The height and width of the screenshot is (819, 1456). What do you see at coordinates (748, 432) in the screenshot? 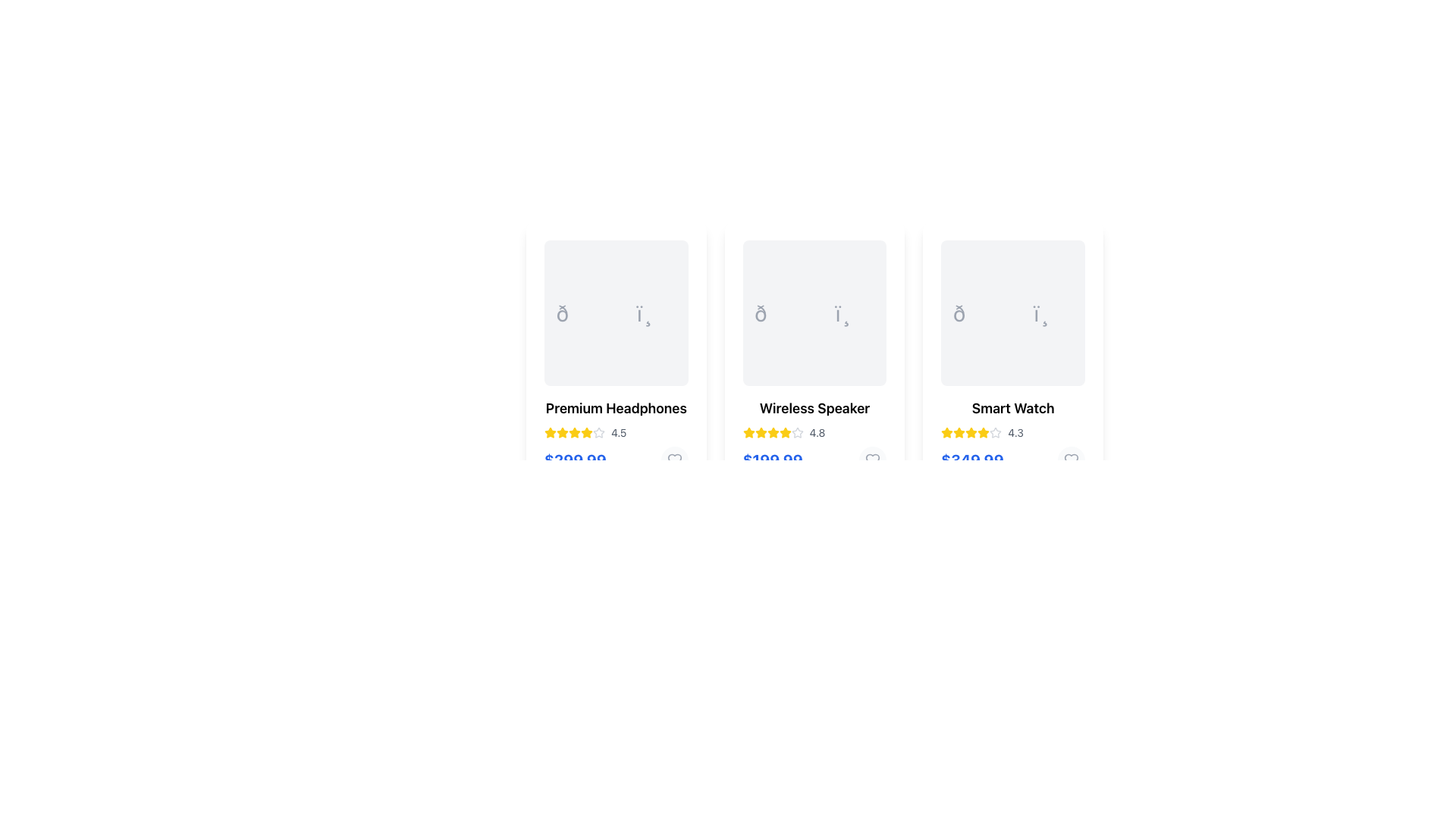
I see `the first star in the five-star rating for the product 'Wireless Speaker', which indicates product quality based on user ratings` at bounding box center [748, 432].